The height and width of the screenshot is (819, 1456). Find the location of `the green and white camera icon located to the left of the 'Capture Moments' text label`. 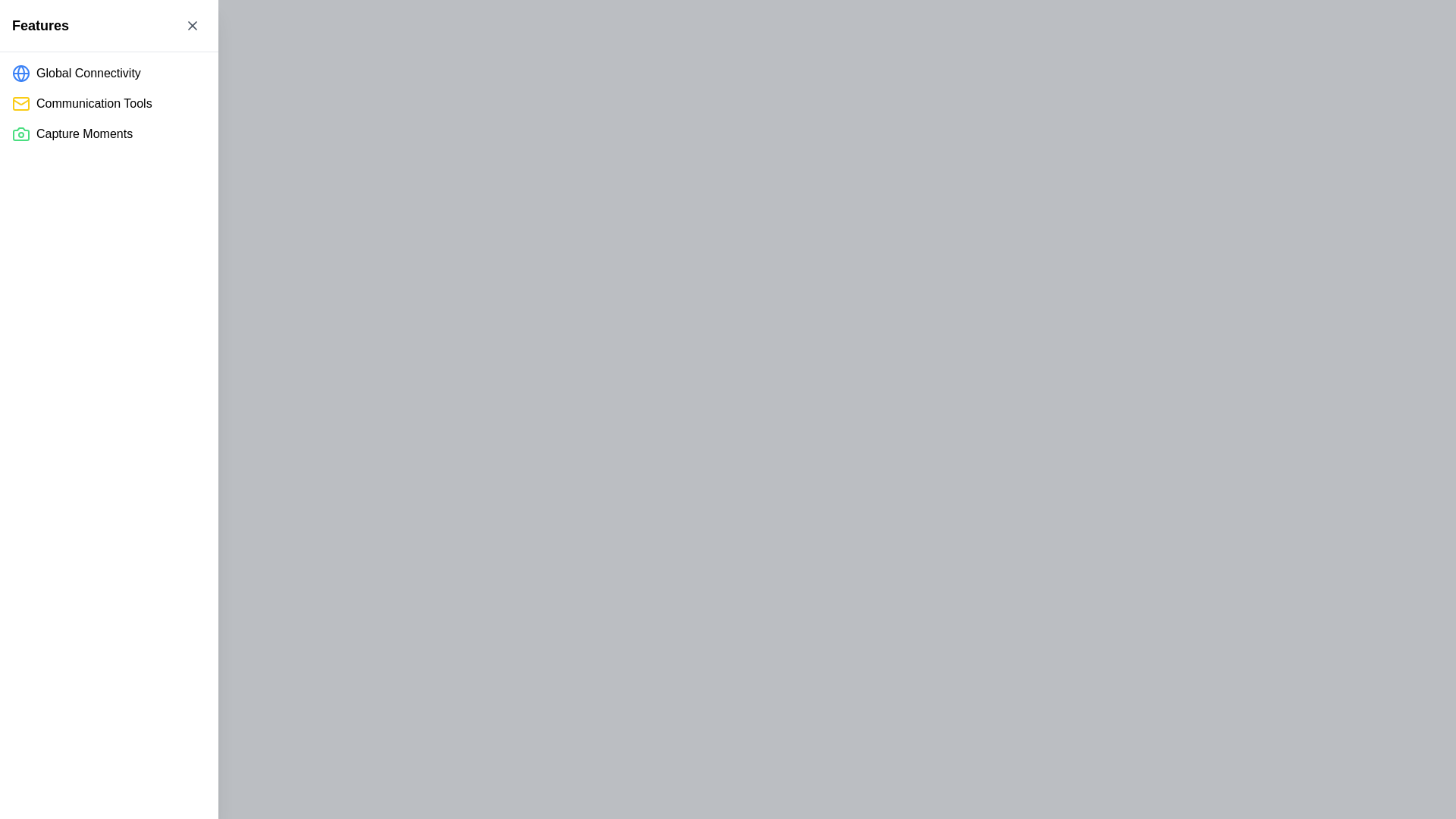

the green and white camera icon located to the left of the 'Capture Moments' text label is located at coordinates (21, 133).